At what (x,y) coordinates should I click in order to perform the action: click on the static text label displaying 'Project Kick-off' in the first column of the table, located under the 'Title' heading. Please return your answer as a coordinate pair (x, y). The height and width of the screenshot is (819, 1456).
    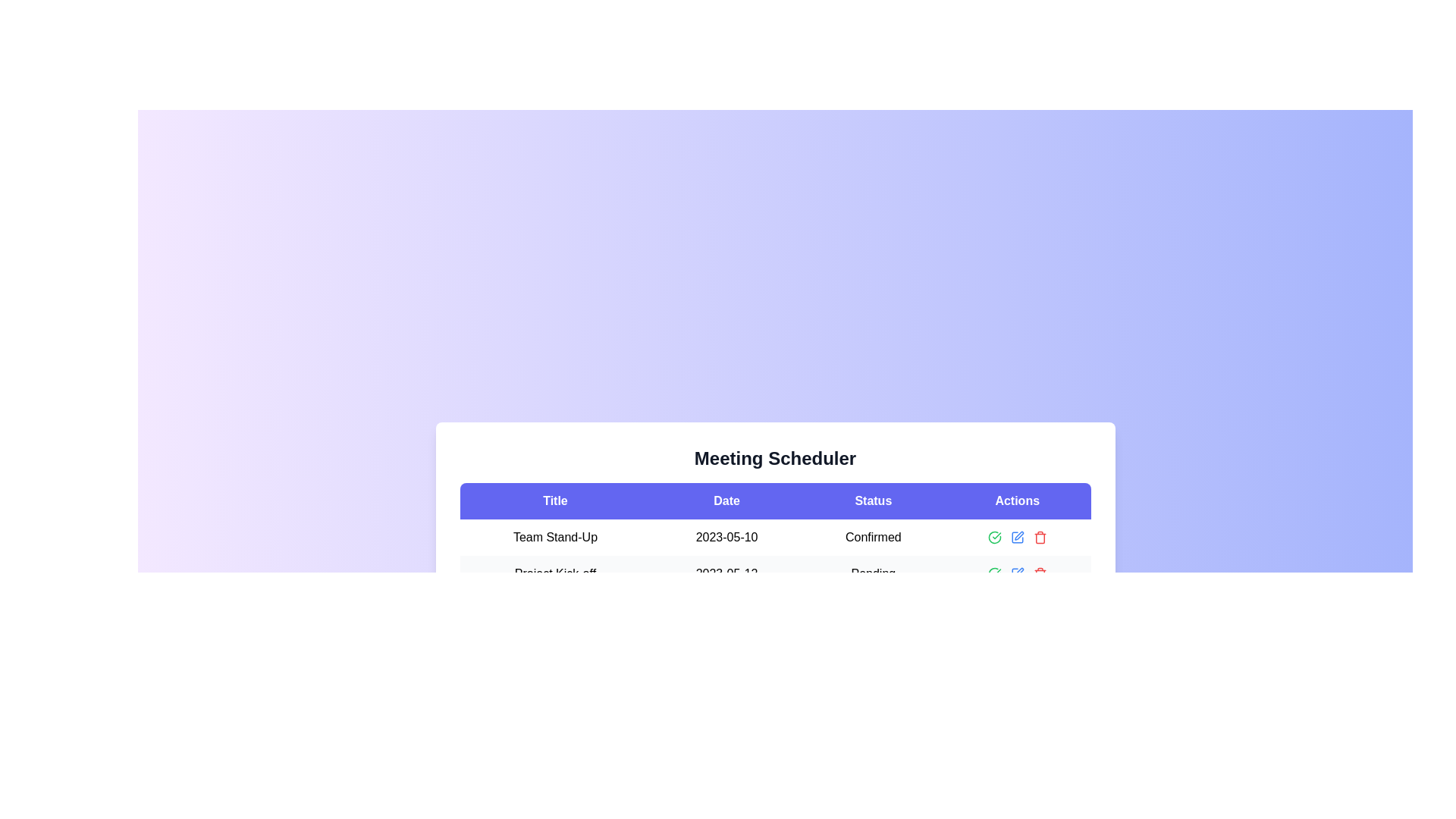
    Looking at the image, I should click on (554, 573).